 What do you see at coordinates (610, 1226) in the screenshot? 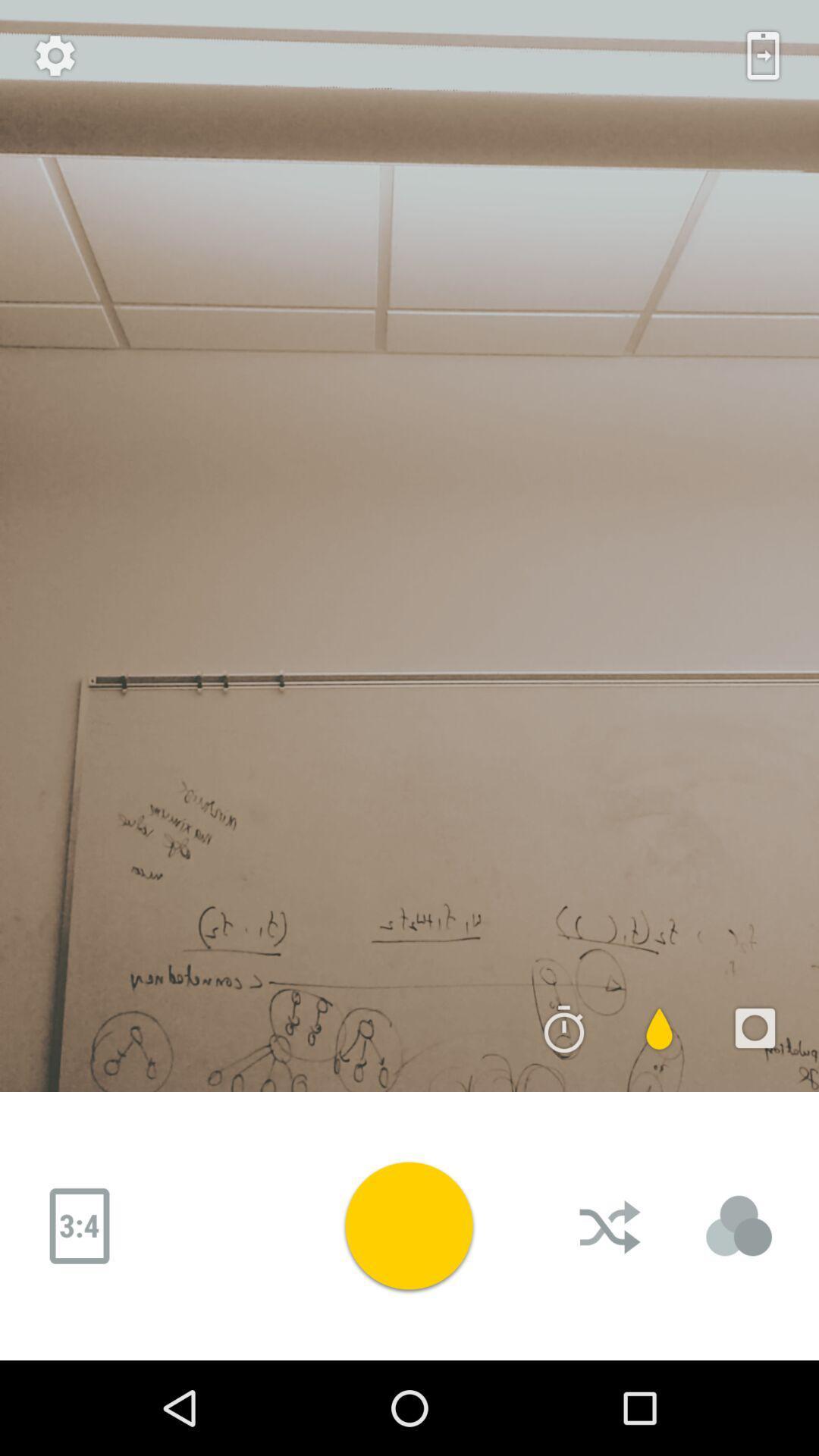
I see `shuffle` at bounding box center [610, 1226].